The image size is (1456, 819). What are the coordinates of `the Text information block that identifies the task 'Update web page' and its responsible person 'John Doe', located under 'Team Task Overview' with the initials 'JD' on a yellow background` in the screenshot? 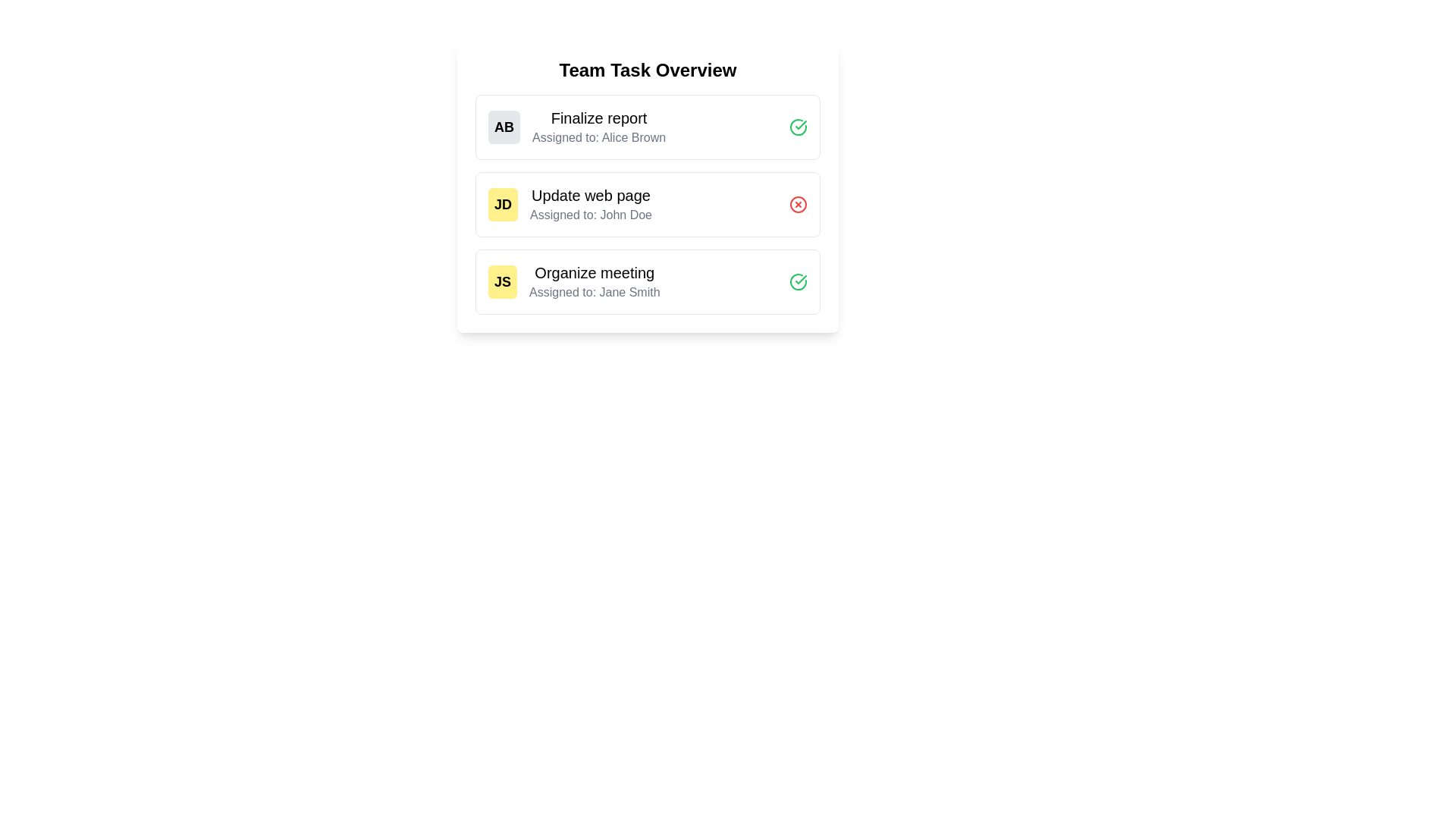 It's located at (590, 205).